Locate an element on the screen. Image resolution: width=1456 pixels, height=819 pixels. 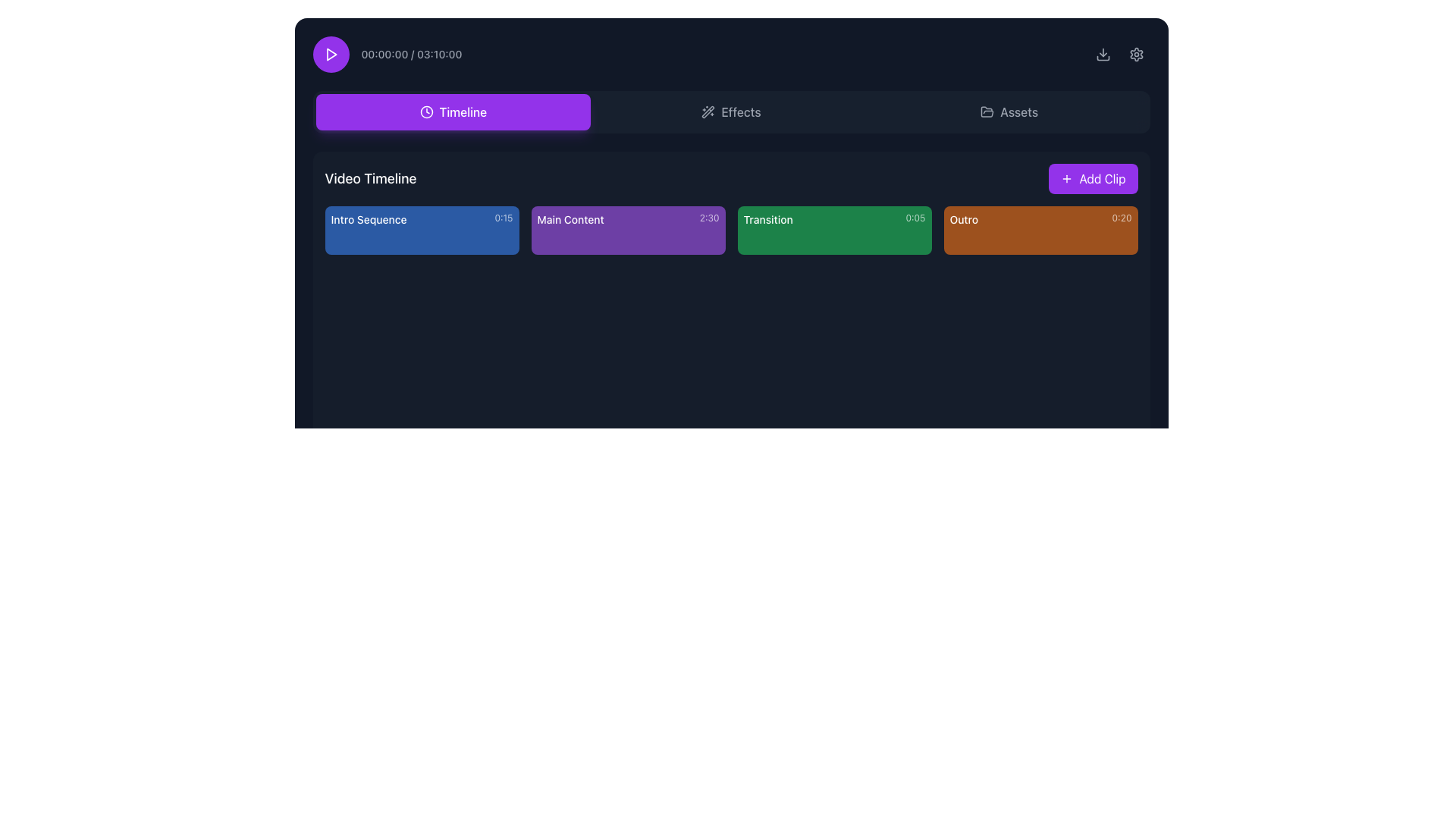
the clickable text label for accessing the 'Effects' section located in the top-right section of the navigation bar, just to the right of the sparkles icon is located at coordinates (741, 111).